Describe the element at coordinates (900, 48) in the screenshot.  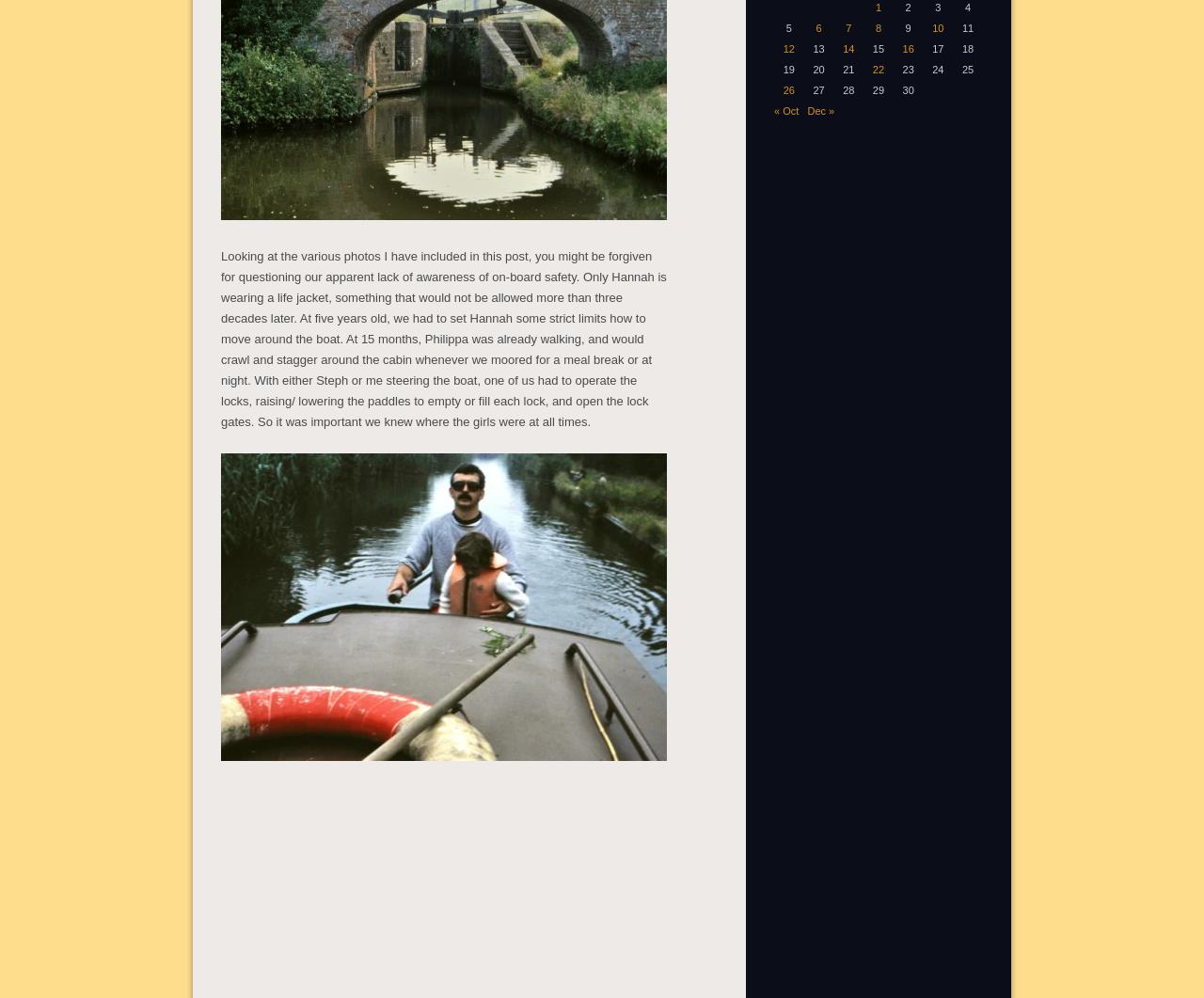
I see `'16'` at that location.